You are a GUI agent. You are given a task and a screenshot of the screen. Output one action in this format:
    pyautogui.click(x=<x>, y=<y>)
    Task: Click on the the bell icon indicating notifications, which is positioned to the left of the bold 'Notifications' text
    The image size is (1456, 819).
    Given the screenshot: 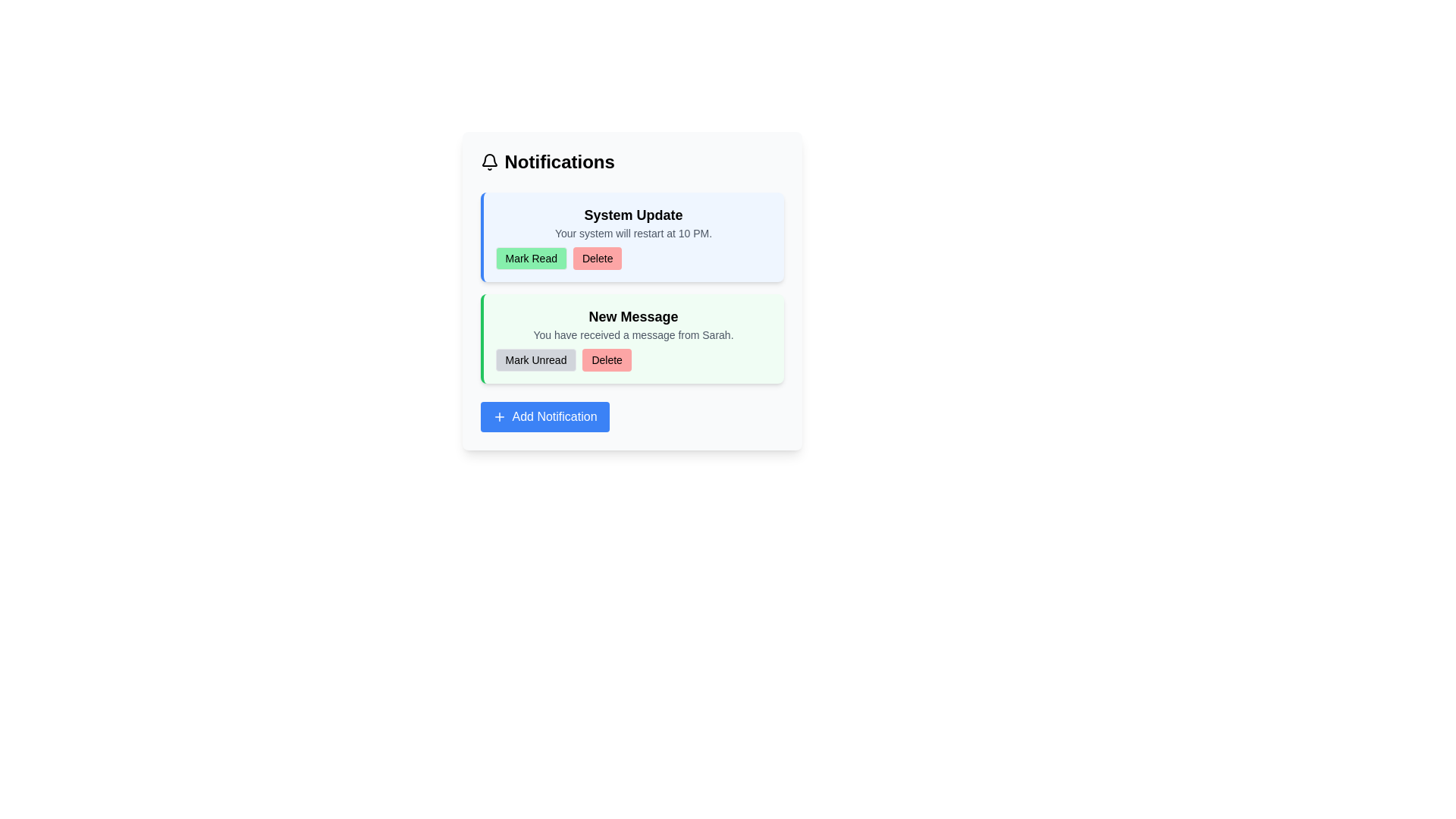 What is the action you would take?
    pyautogui.click(x=489, y=162)
    